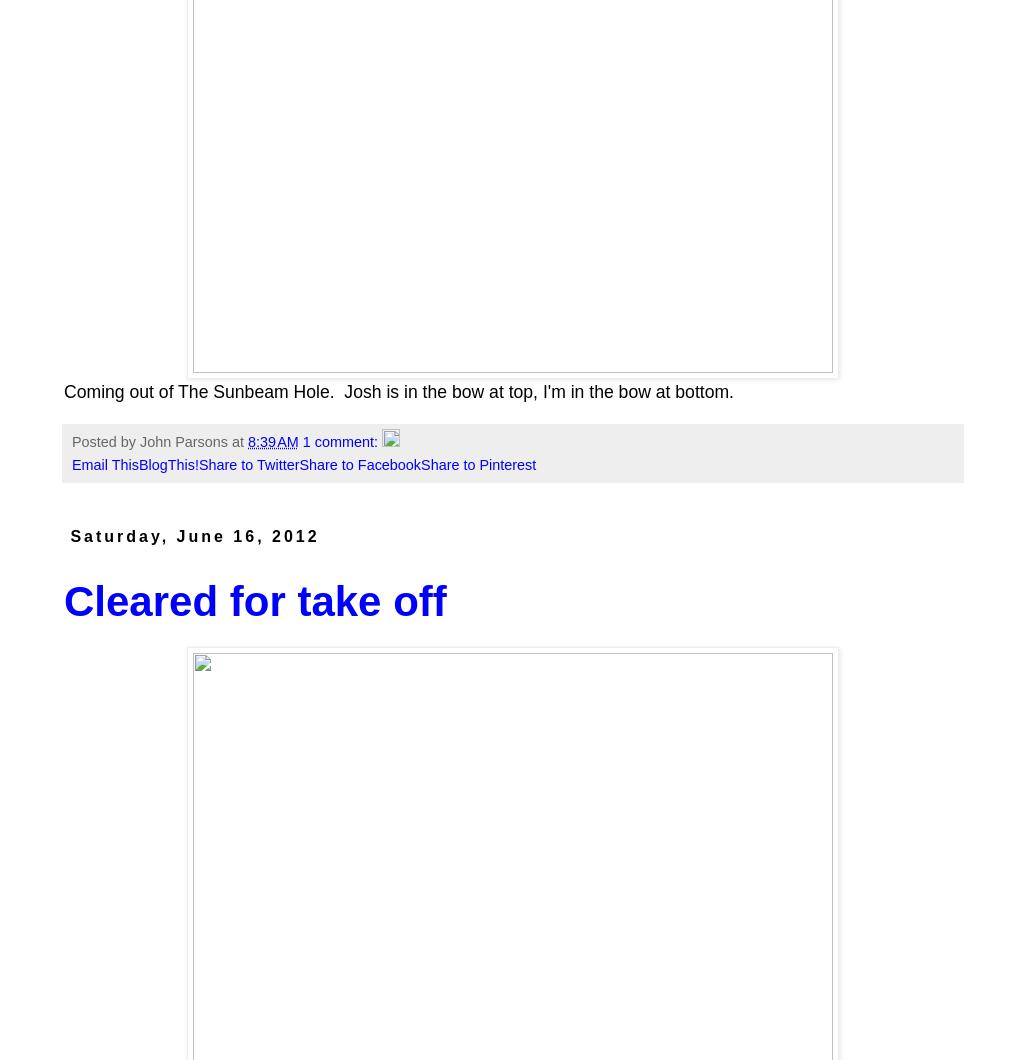  What do you see at coordinates (194, 536) in the screenshot?
I see `'Saturday, June 16, 2012'` at bounding box center [194, 536].